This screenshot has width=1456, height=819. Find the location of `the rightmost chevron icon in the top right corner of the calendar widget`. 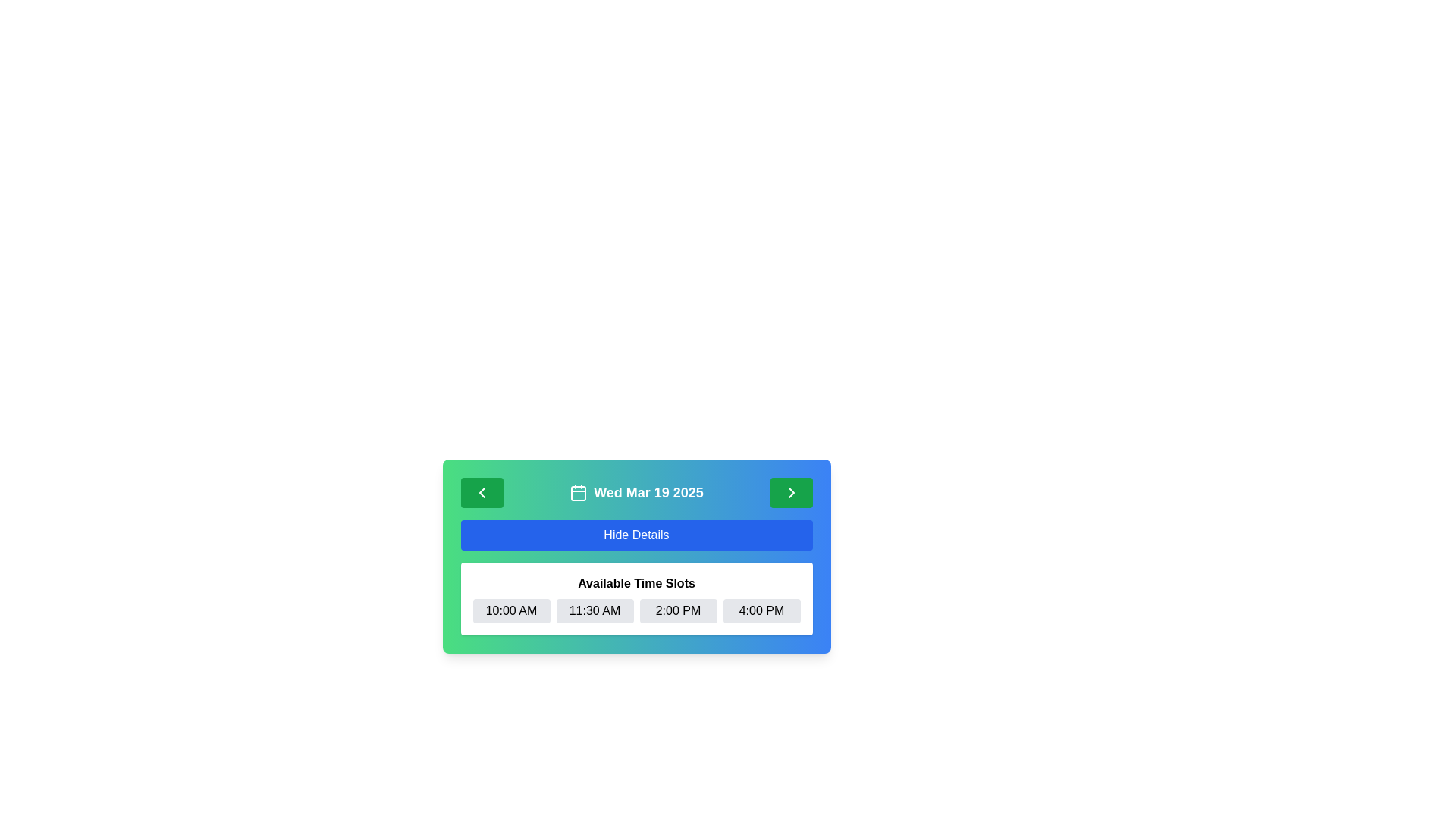

the rightmost chevron icon in the top right corner of the calendar widget is located at coordinates (790, 493).